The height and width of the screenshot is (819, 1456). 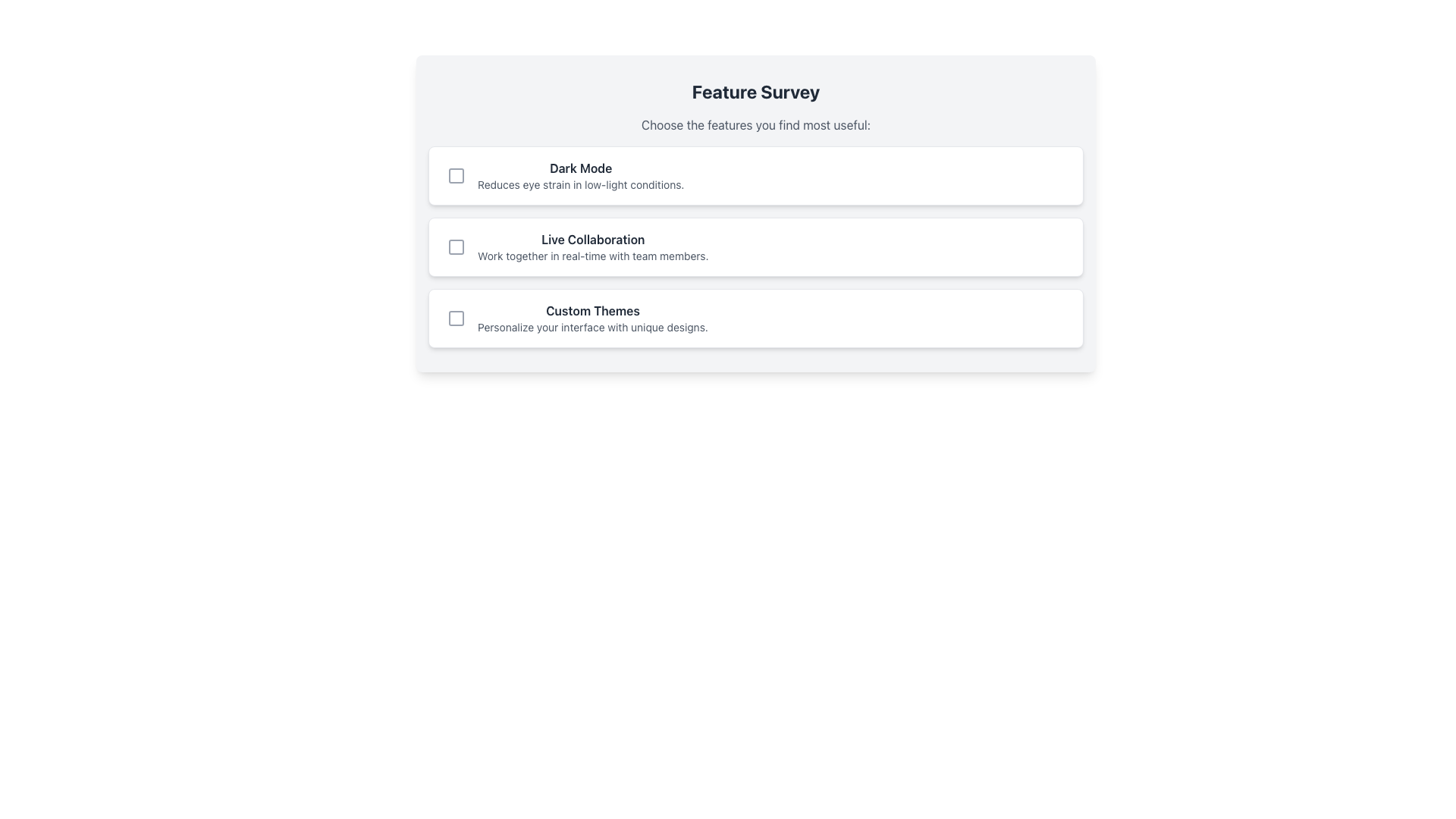 I want to click on the static text element that provides a descriptive subtitle for the 'Live Collaboration' feature, located below the heading text within a card-like UI component, so click(x=592, y=256).